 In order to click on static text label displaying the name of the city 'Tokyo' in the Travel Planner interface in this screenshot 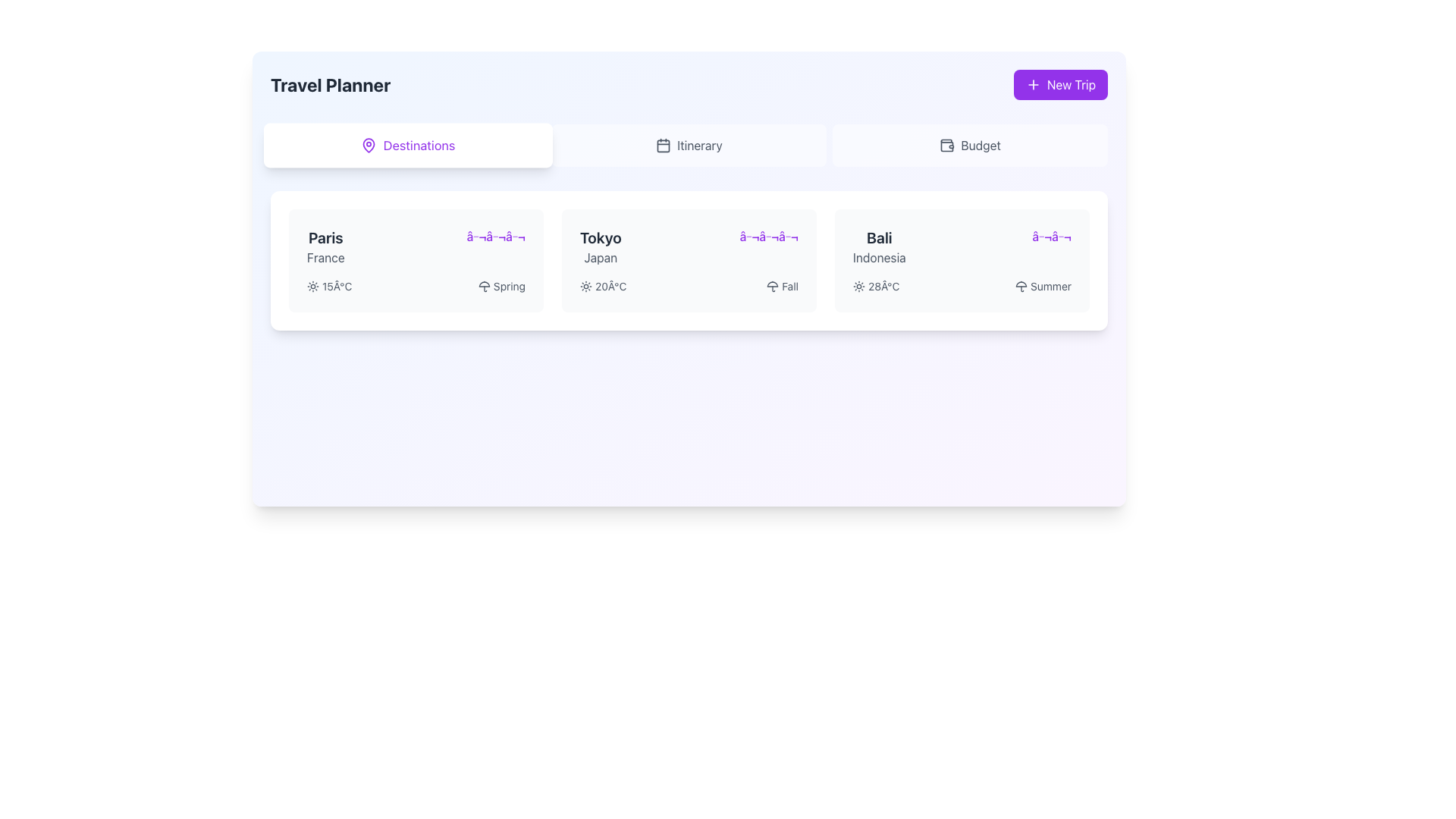, I will do `click(600, 237)`.